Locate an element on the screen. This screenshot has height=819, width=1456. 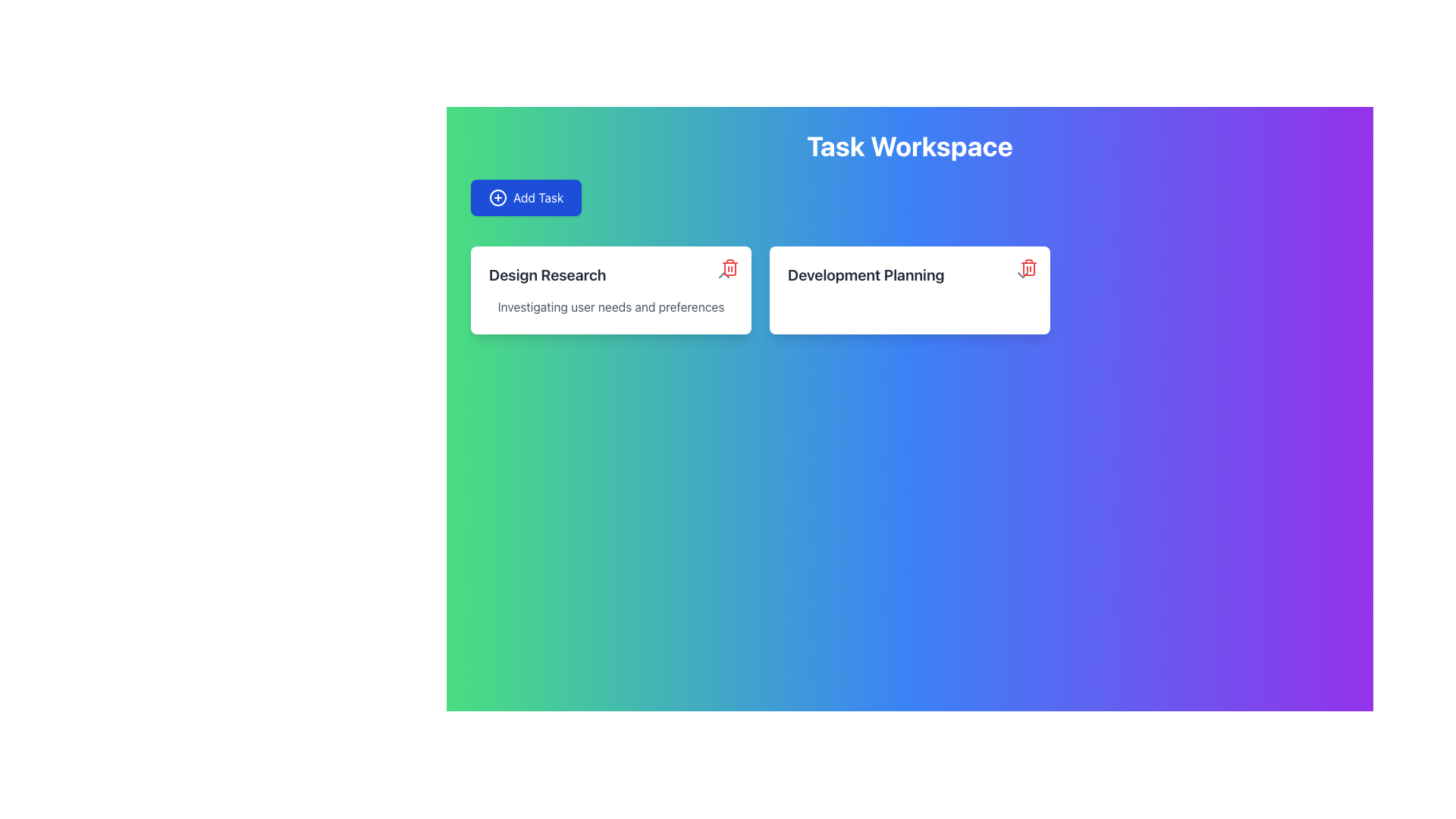
the static text label reading 'Development Planning' which is centrally positioned at the top of a white card with rounded corners in the top-right part of the interface is located at coordinates (910, 275).